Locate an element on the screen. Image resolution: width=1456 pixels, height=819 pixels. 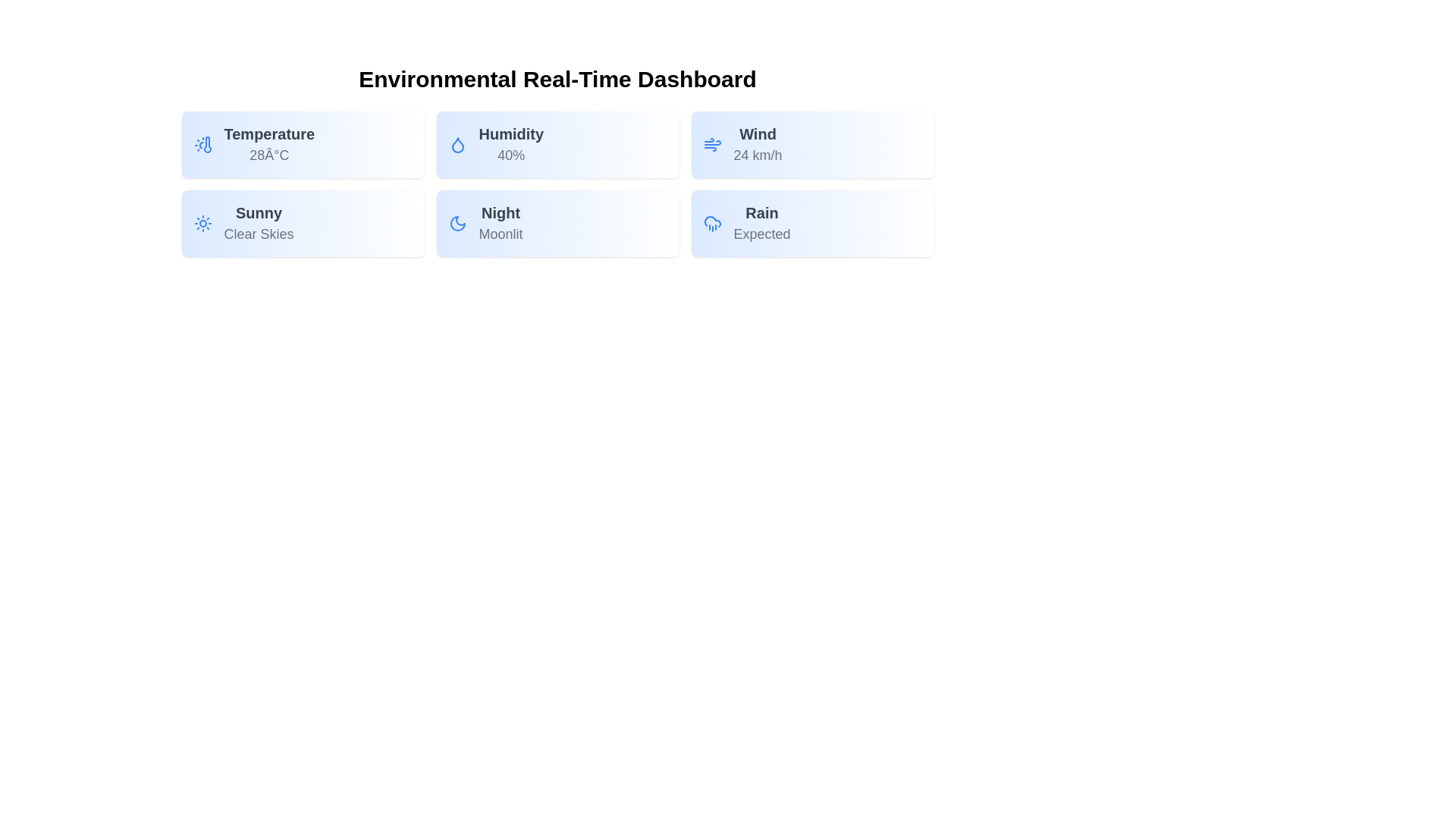
the graphical icon resembling a thermometer with sun rays, which is located above the 'Temperature' and '28Â°C' text in the leftmost card of the grid layout is located at coordinates (202, 145).